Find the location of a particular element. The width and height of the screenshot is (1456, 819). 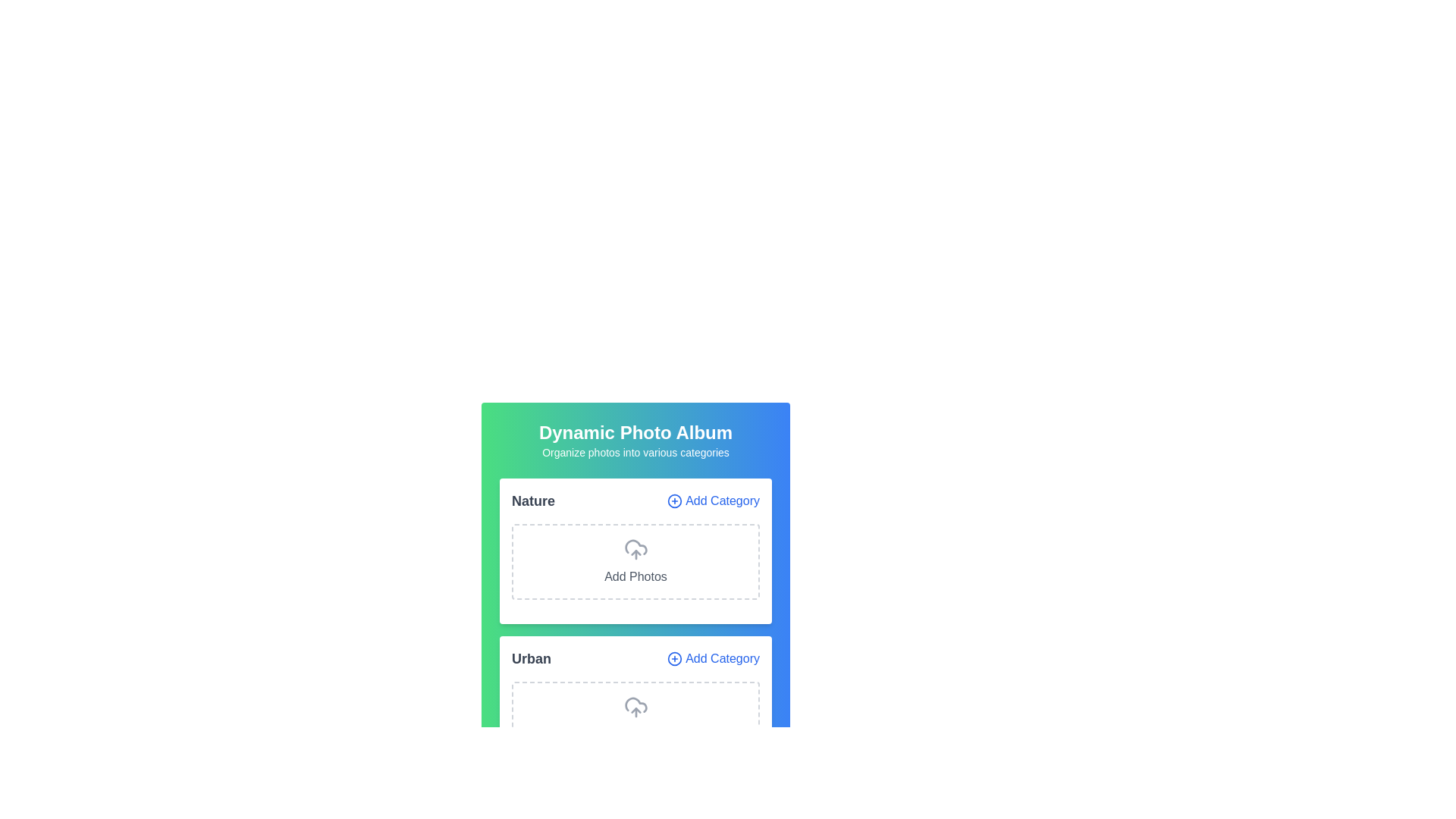

the small circular icon button with a plus sign located inside the 'Add Category' component is located at coordinates (674, 500).